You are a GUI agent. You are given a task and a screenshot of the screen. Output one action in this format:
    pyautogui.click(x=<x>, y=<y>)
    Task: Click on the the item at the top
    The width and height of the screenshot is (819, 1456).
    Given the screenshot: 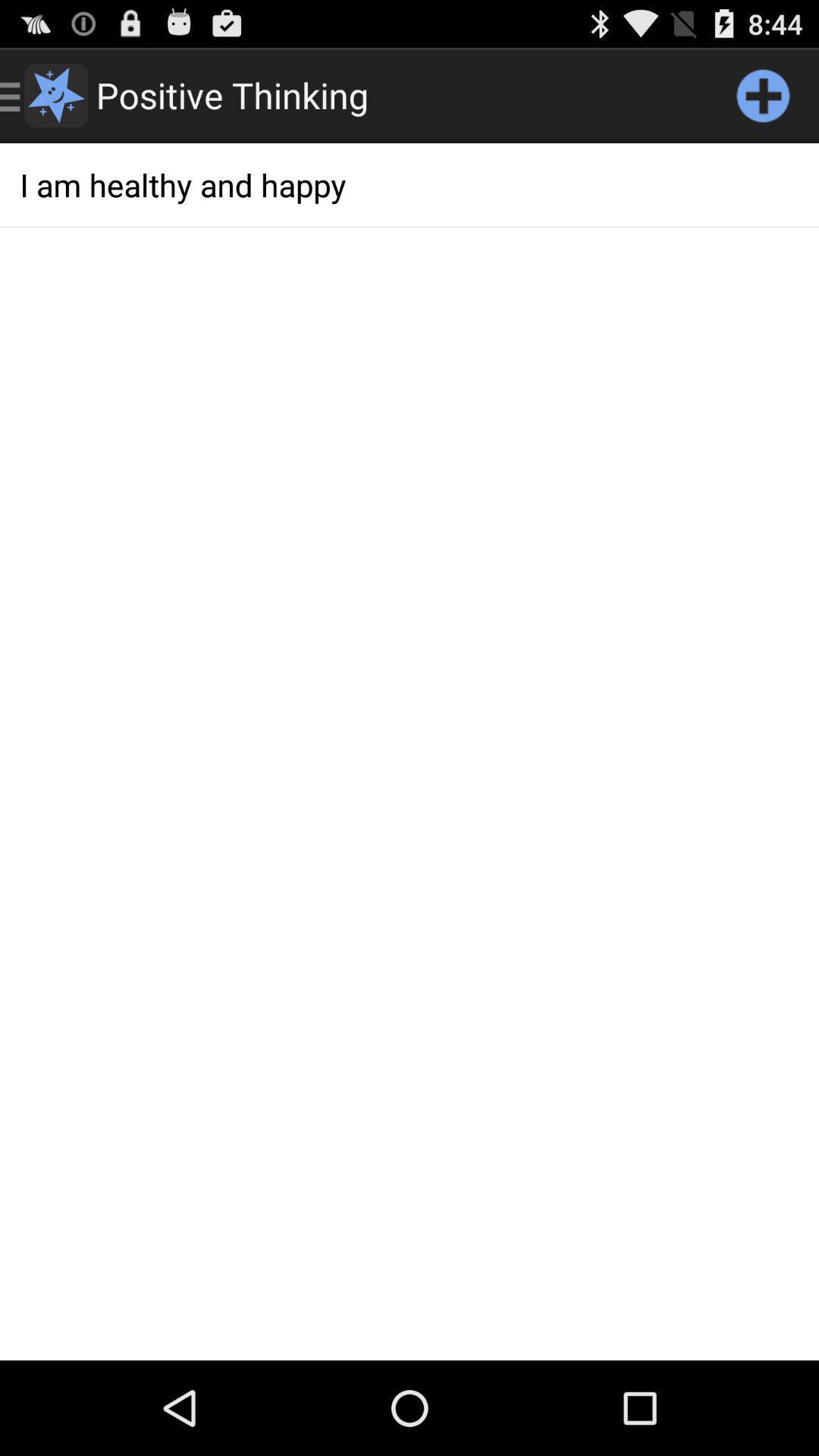 What is the action you would take?
    pyautogui.click(x=409, y=184)
    